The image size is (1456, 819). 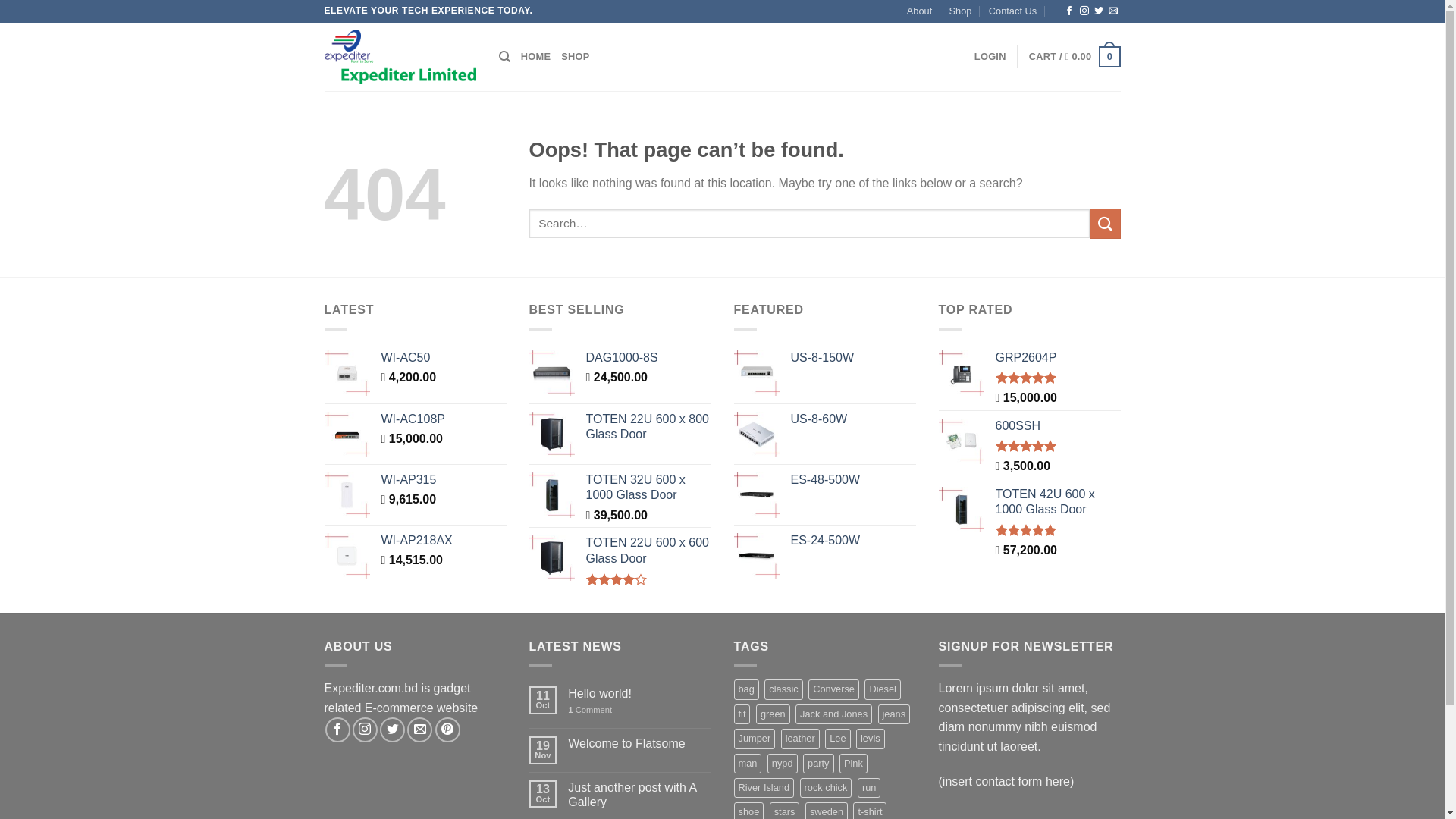 I want to click on 'LOGIN', so click(x=990, y=55).